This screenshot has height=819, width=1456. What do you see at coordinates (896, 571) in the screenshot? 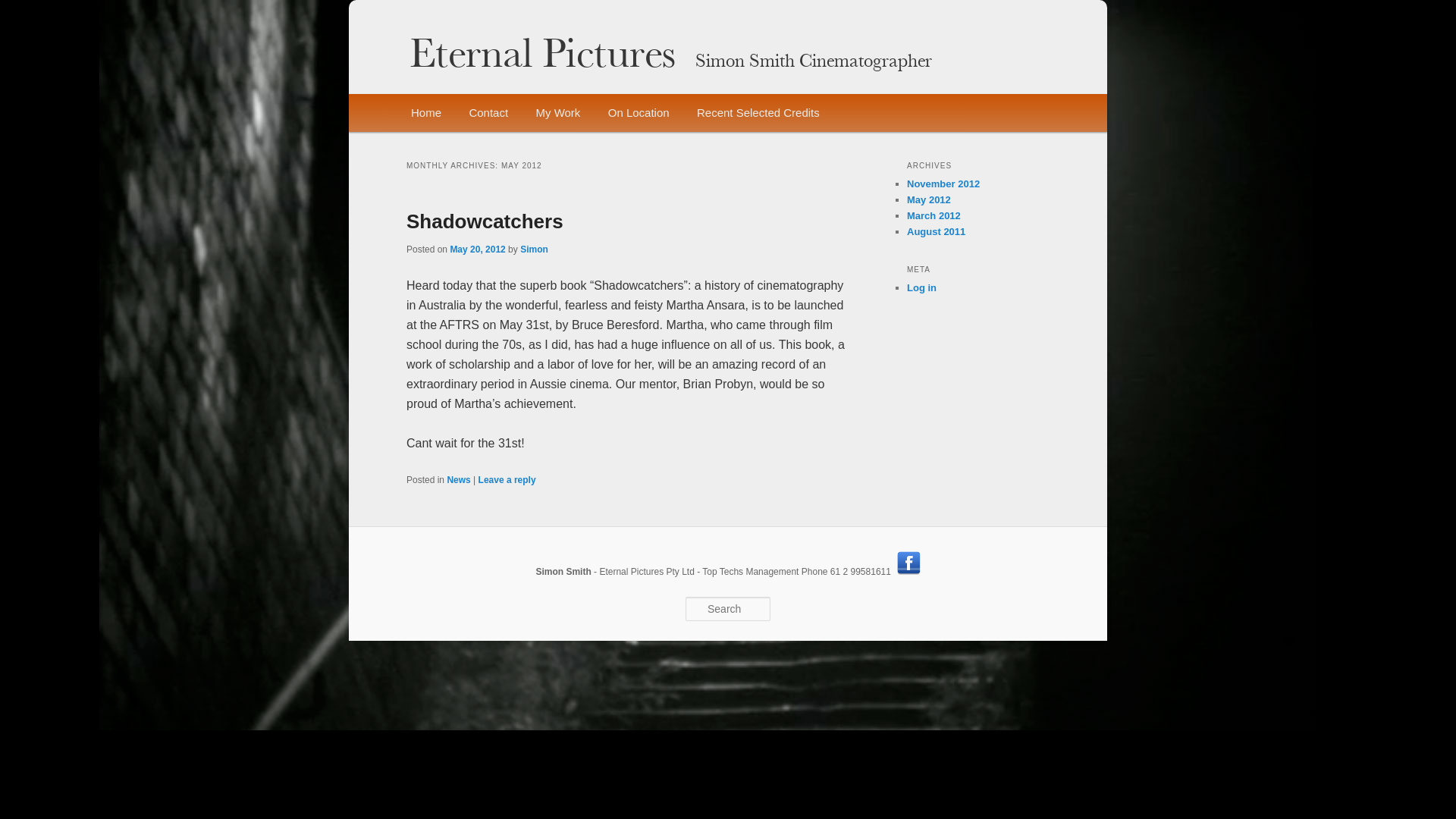
I see `'Visit me on Facebook'` at bounding box center [896, 571].